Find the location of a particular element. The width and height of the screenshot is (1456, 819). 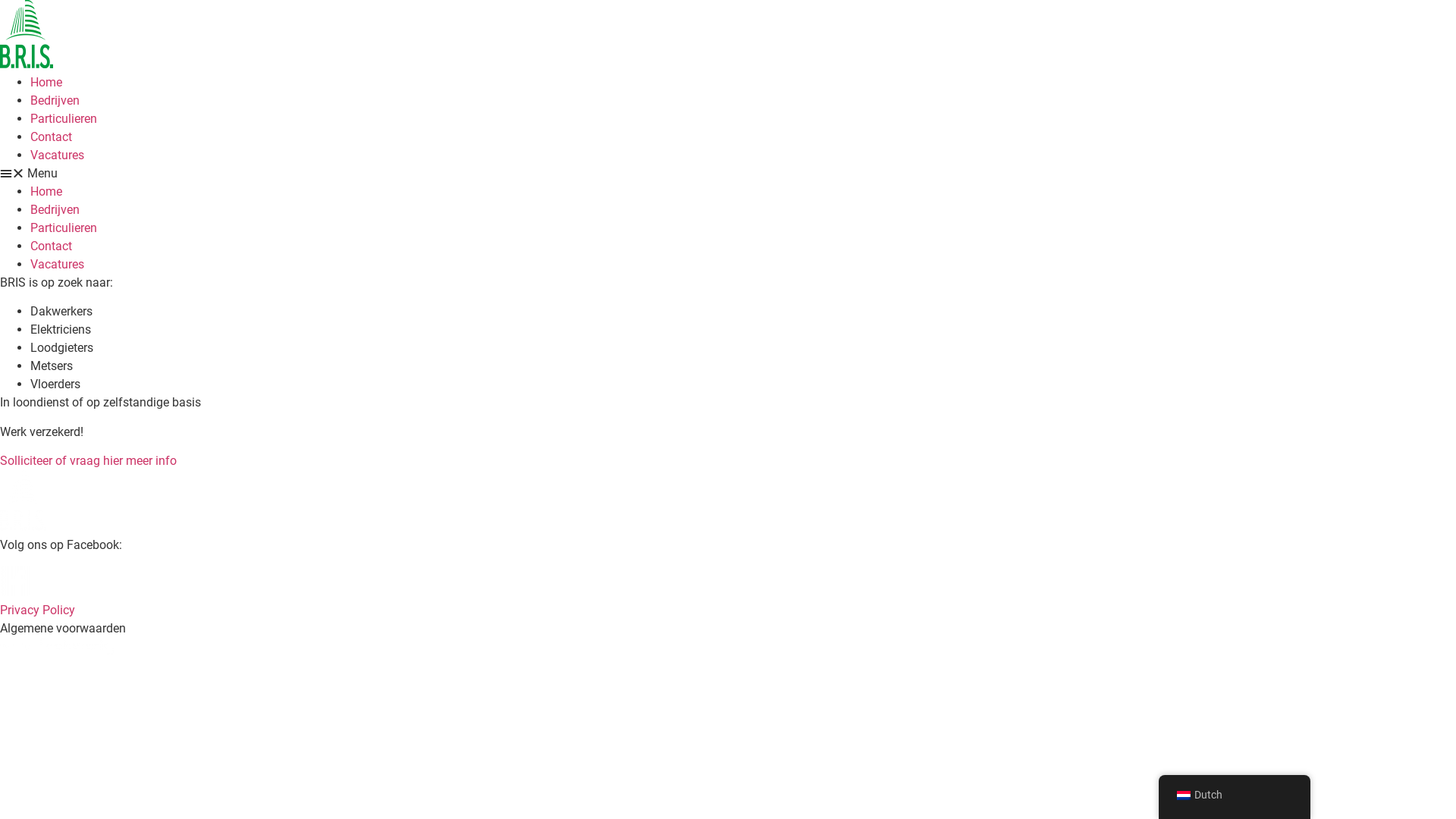

'Solliciteer of vraag hier meer info' is located at coordinates (87, 460).